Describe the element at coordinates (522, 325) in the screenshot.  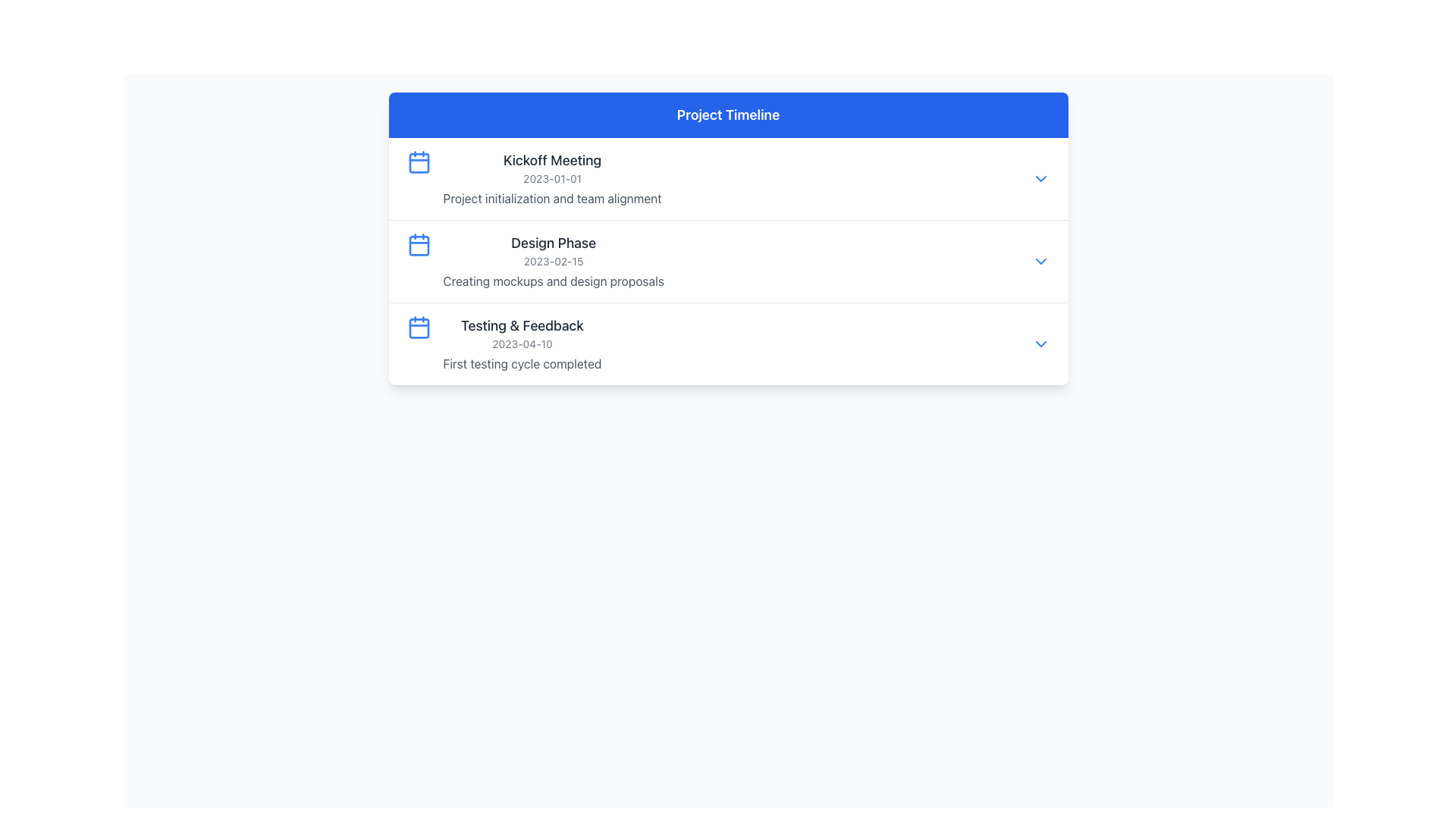
I see `the 'Testing & Feedback' text header` at that location.